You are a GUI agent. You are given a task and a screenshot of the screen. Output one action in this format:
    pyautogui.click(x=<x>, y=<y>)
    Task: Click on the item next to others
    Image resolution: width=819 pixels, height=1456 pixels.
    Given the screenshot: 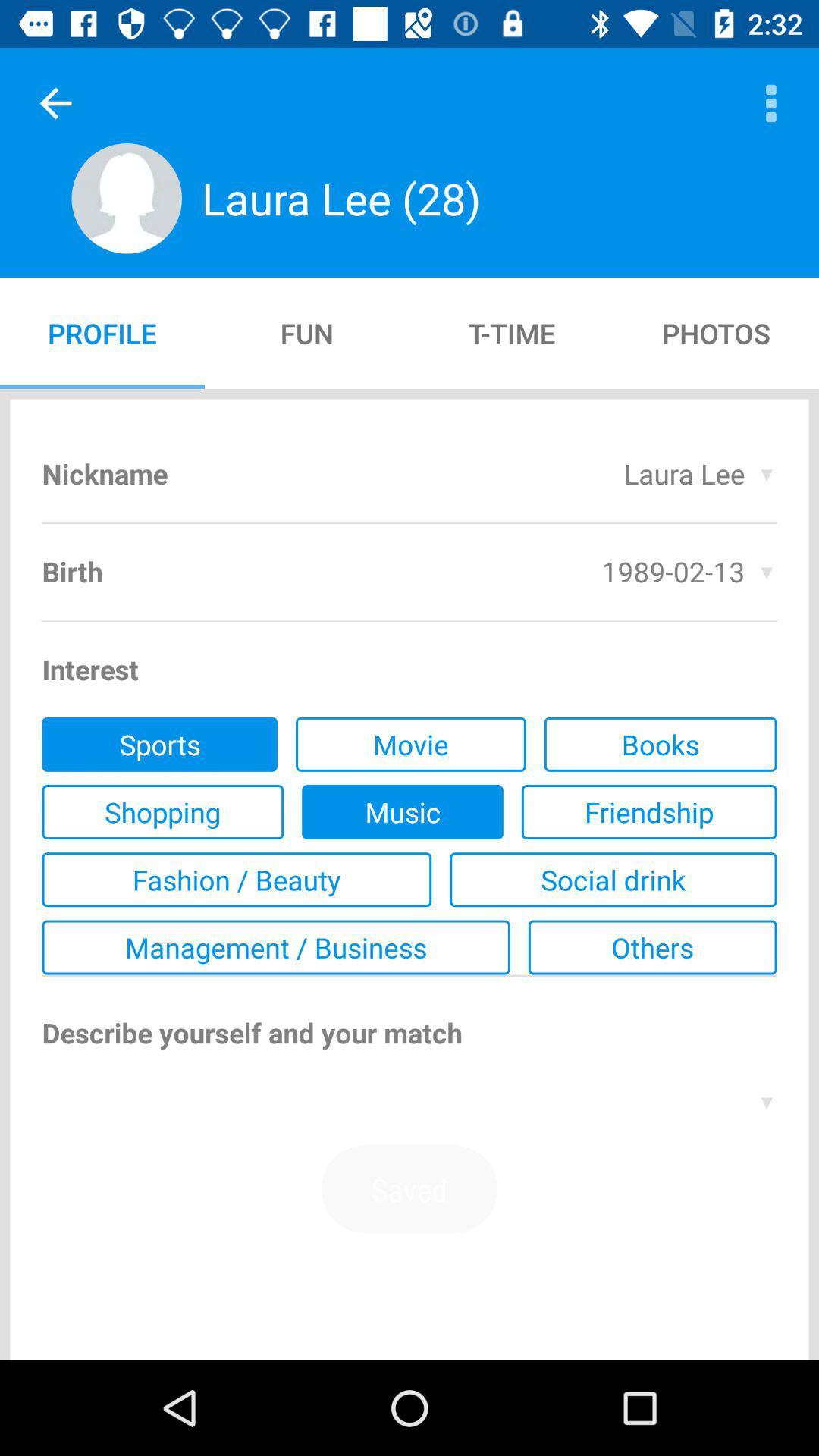 What is the action you would take?
    pyautogui.click(x=276, y=946)
    